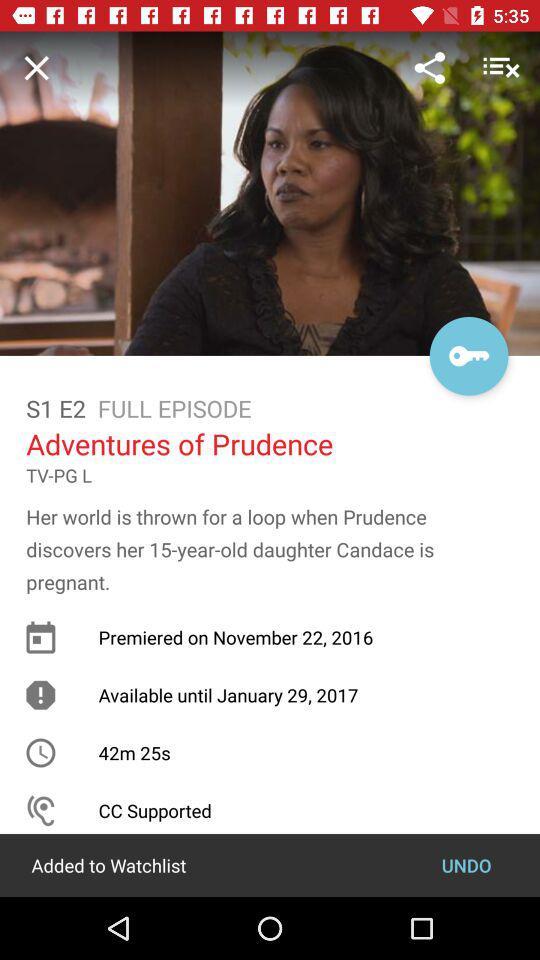 This screenshot has height=960, width=540. Describe the element at coordinates (466, 864) in the screenshot. I see `icon at the bottom right corner` at that location.